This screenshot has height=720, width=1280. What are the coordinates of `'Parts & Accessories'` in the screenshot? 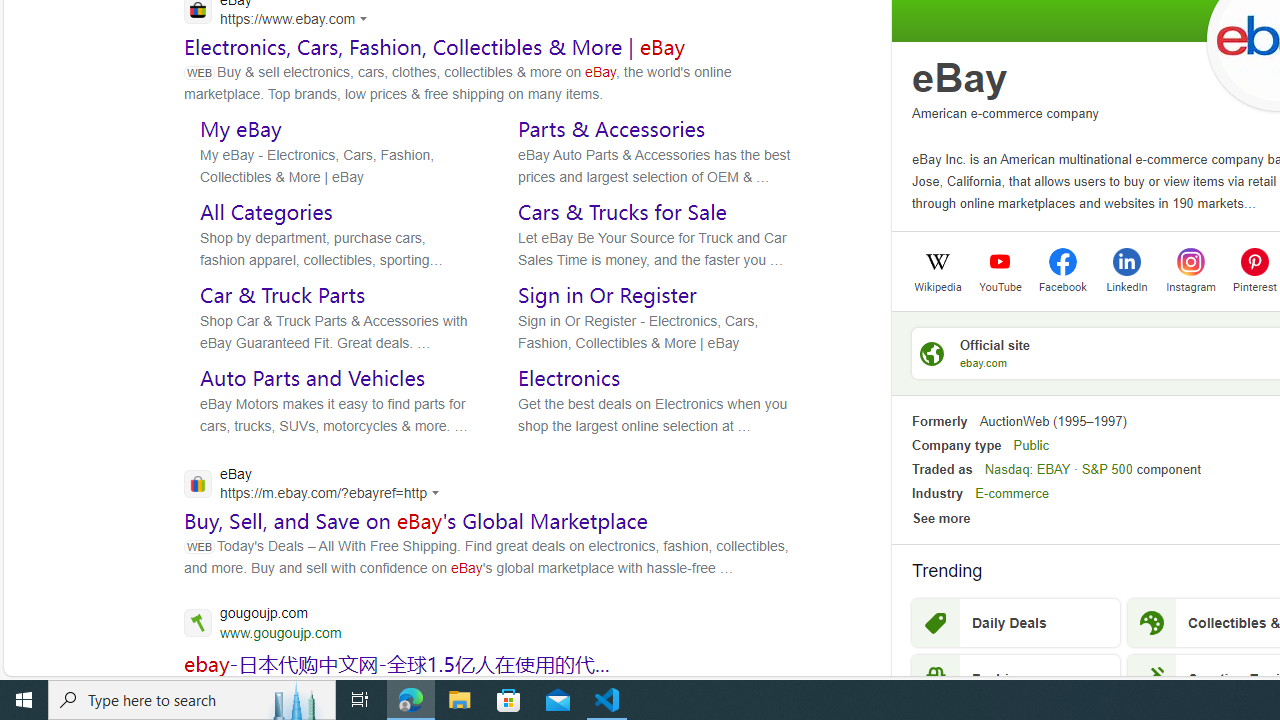 It's located at (611, 128).